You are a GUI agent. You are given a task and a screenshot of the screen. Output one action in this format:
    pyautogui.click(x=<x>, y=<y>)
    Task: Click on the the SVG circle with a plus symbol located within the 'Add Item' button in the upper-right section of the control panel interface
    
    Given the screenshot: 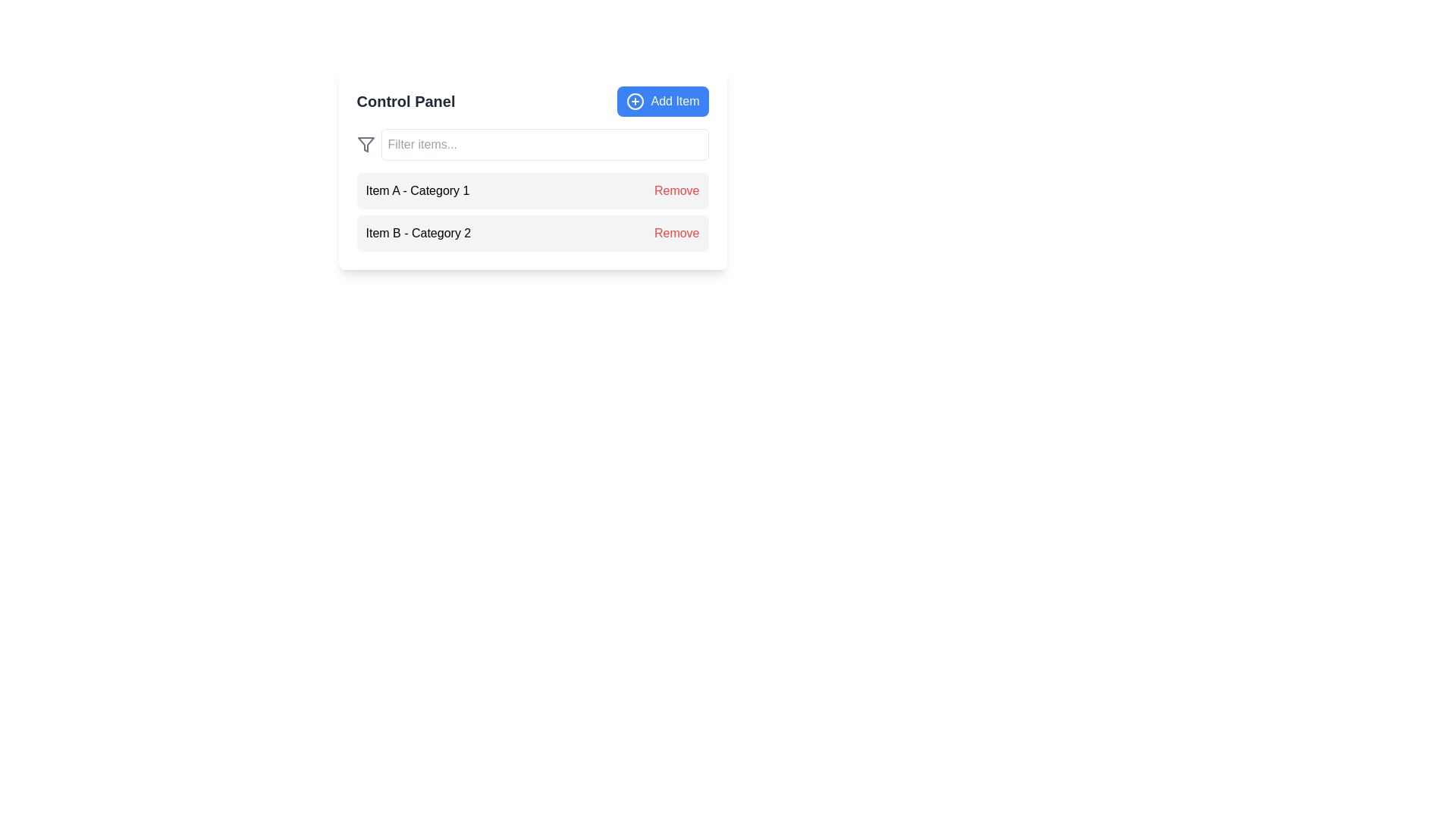 What is the action you would take?
    pyautogui.click(x=635, y=102)
    